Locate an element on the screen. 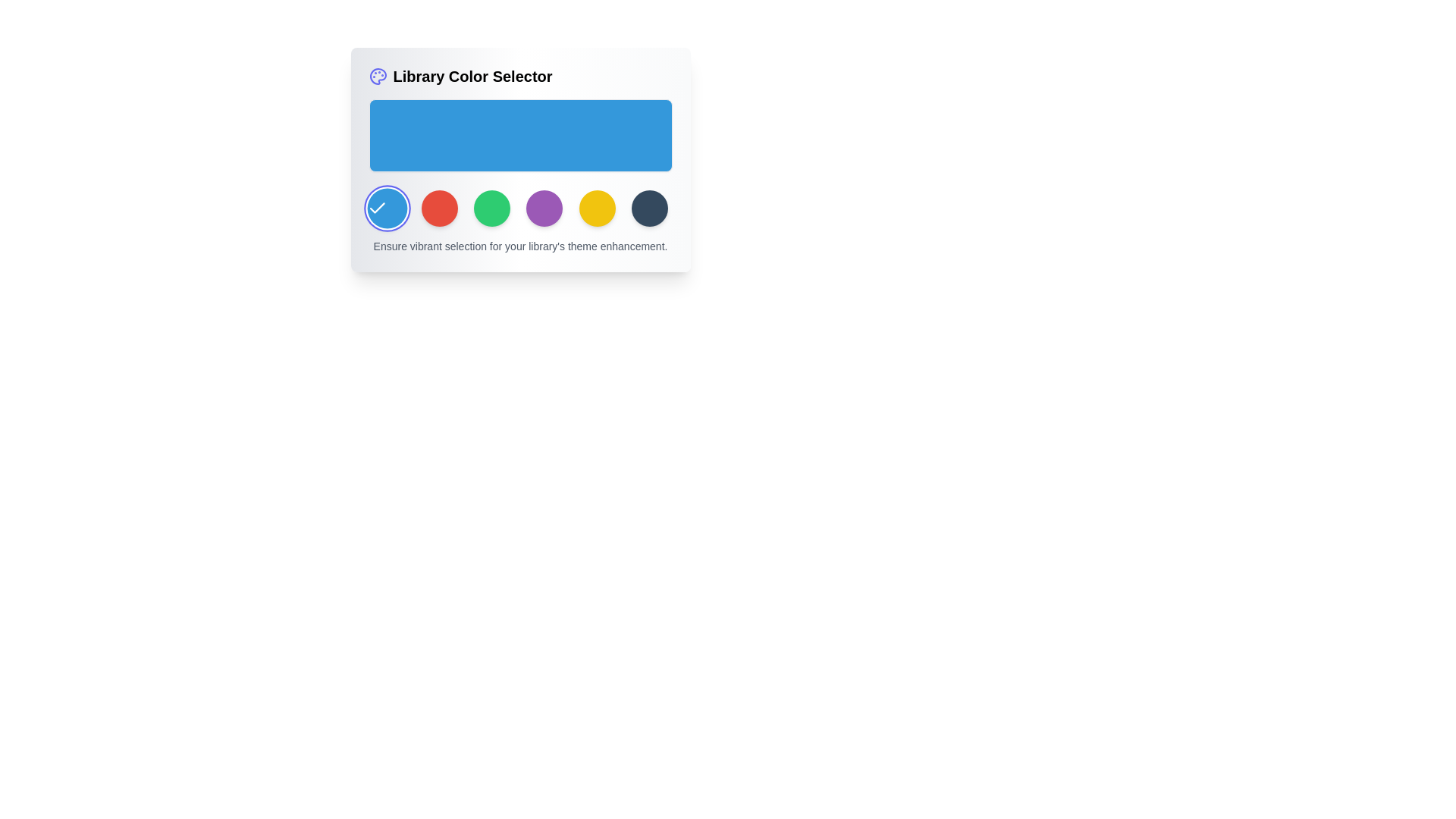 This screenshot has width=1456, height=819. the purple circular button, the fifth item in the horizontal list below the 'Library Color Selector' title is located at coordinates (544, 208).